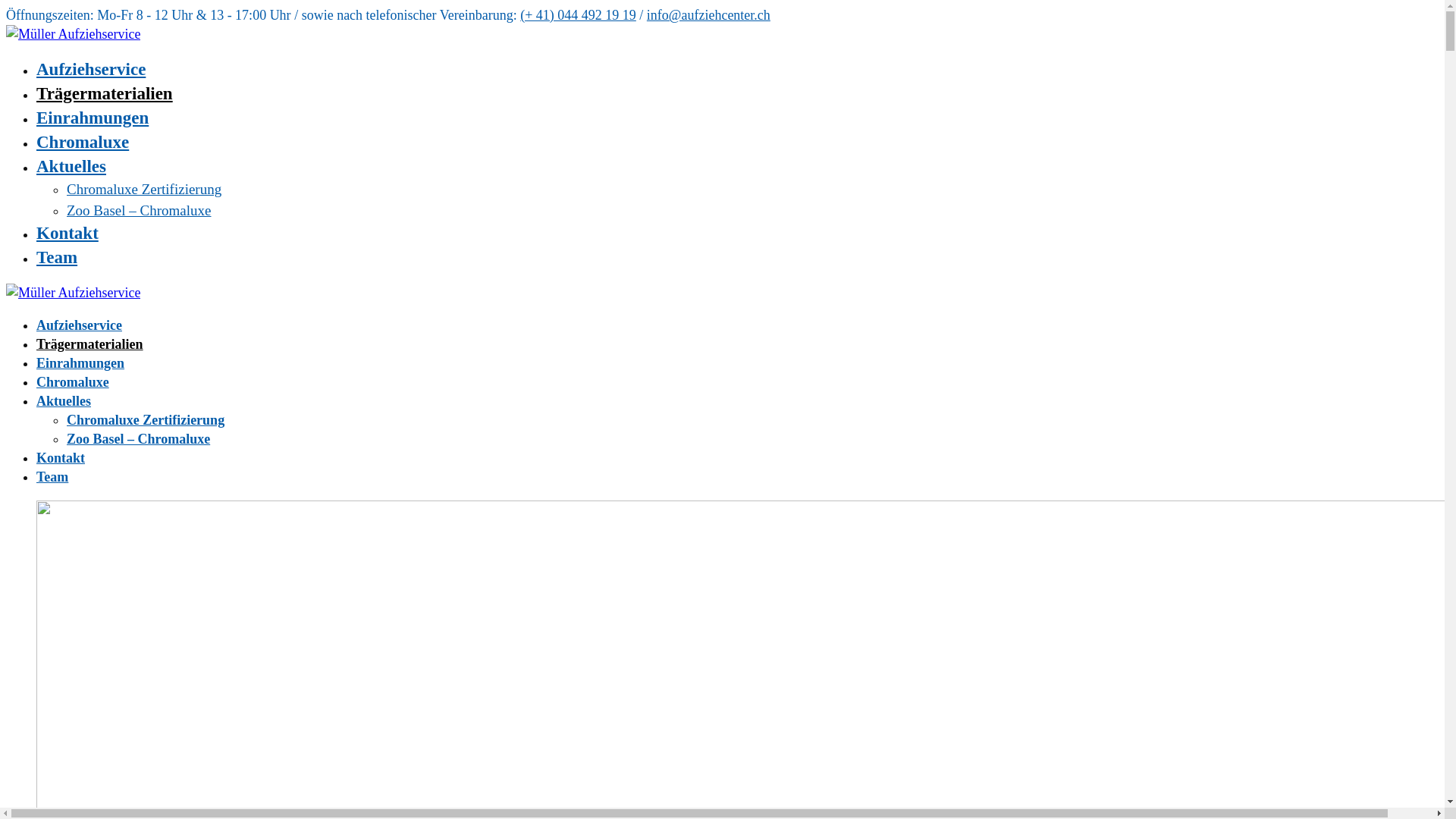 This screenshot has height=819, width=1456. What do you see at coordinates (36, 400) in the screenshot?
I see `'Aktuelles'` at bounding box center [36, 400].